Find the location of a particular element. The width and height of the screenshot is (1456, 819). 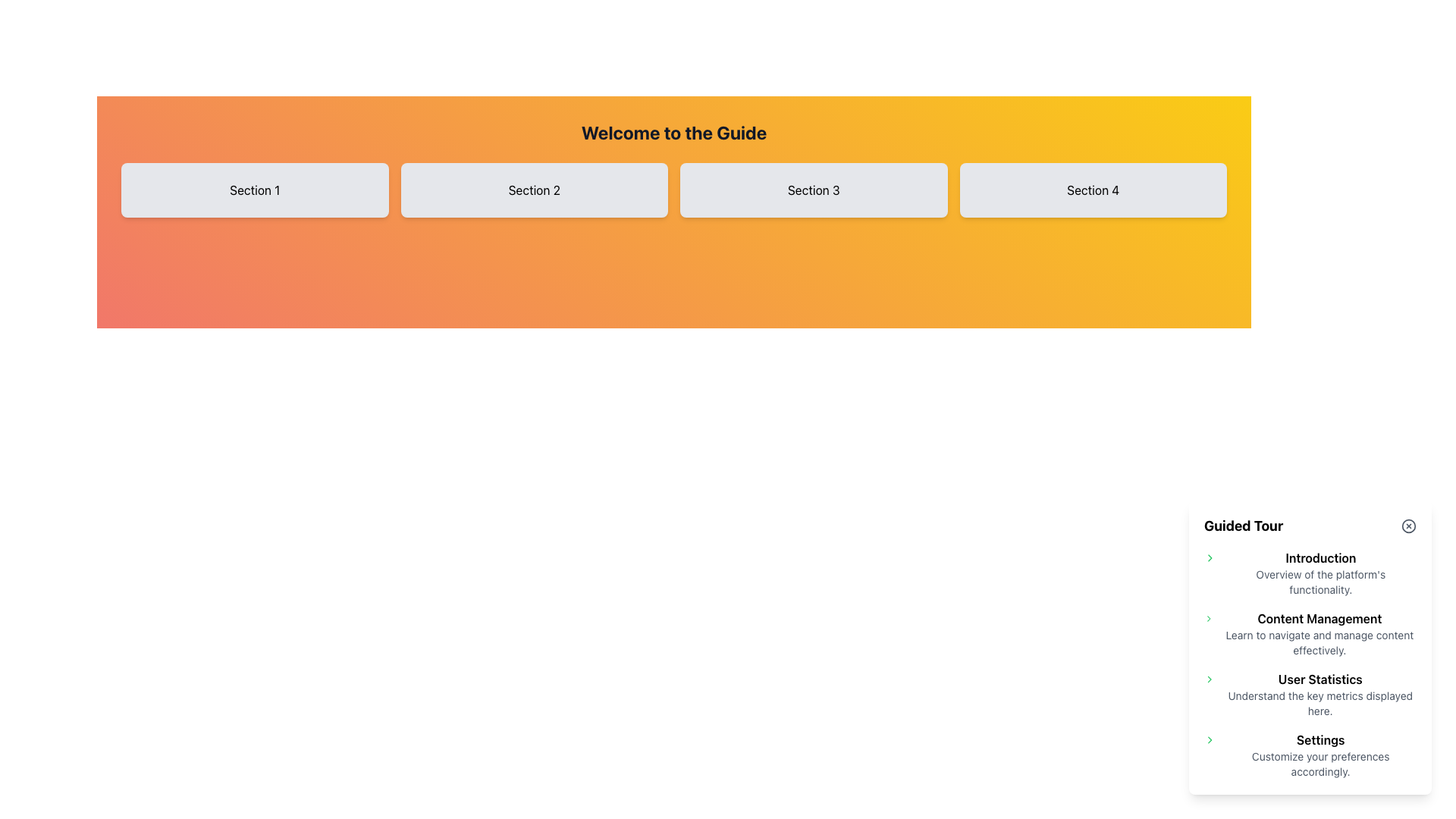

descriptive heading for the 'Settings' section, located in the 'Guided Tour' card below the 'User Statistics' content is located at coordinates (1319, 739).